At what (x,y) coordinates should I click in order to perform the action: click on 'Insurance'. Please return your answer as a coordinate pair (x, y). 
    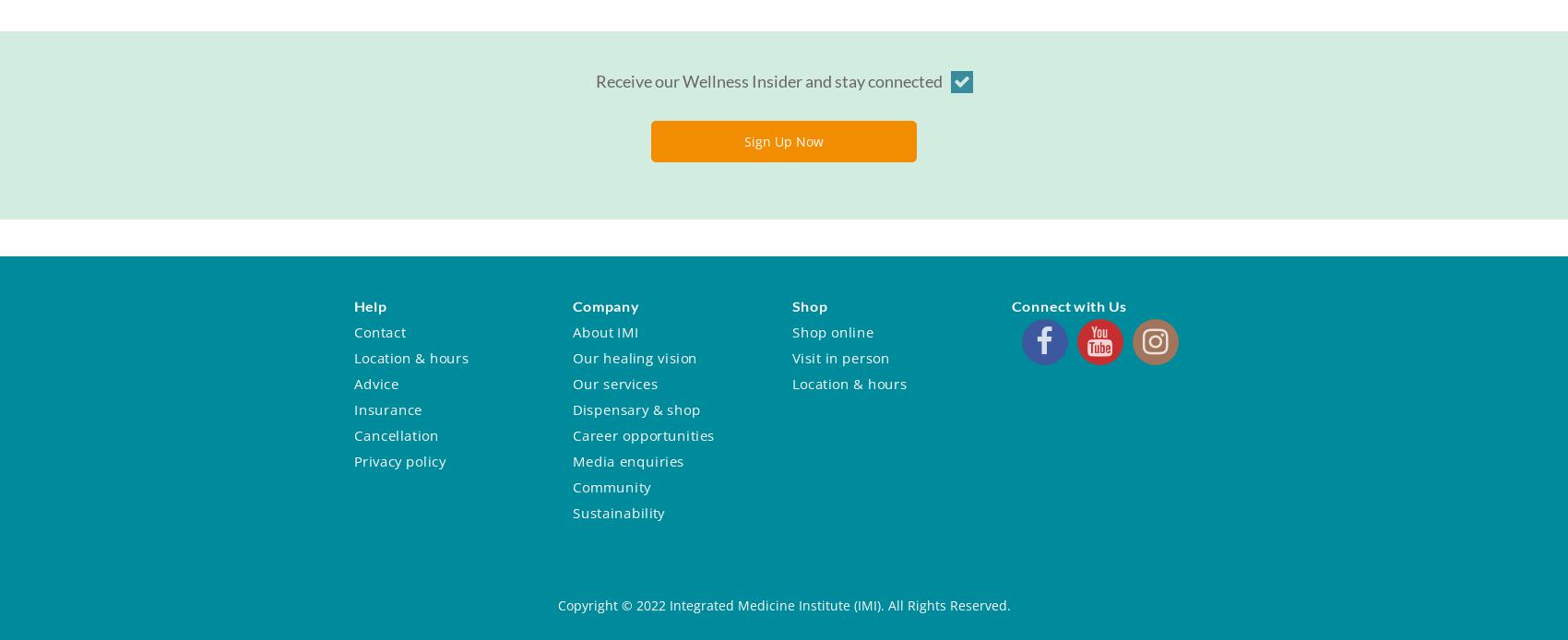
    Looking at the image, I should click on (353, 408).